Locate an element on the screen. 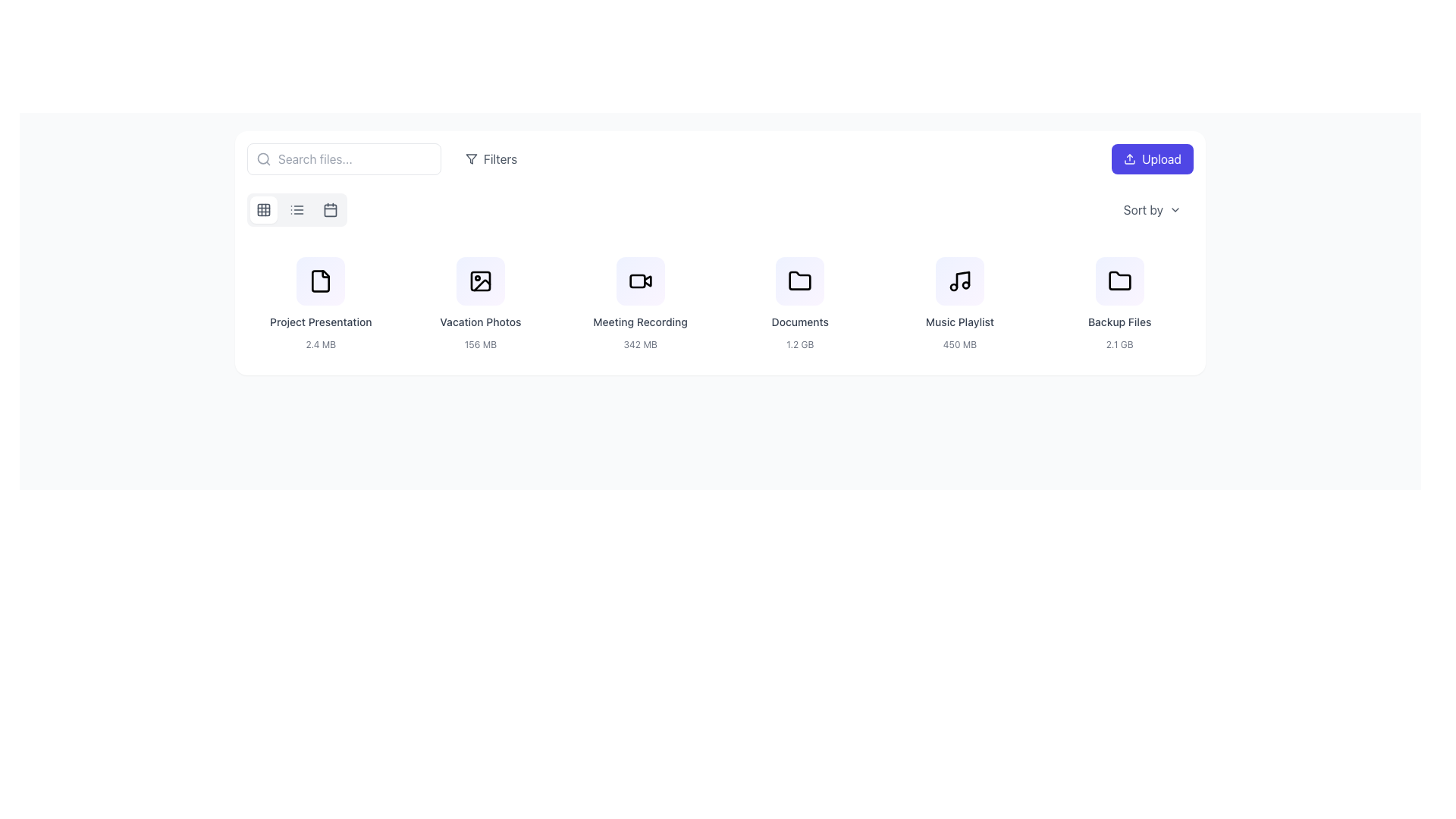 The image size is (1456, 819). the Ellipsis menu button located in the top-right corner of the 'Meeting Recording' file card is located at coordinates (697, 260).